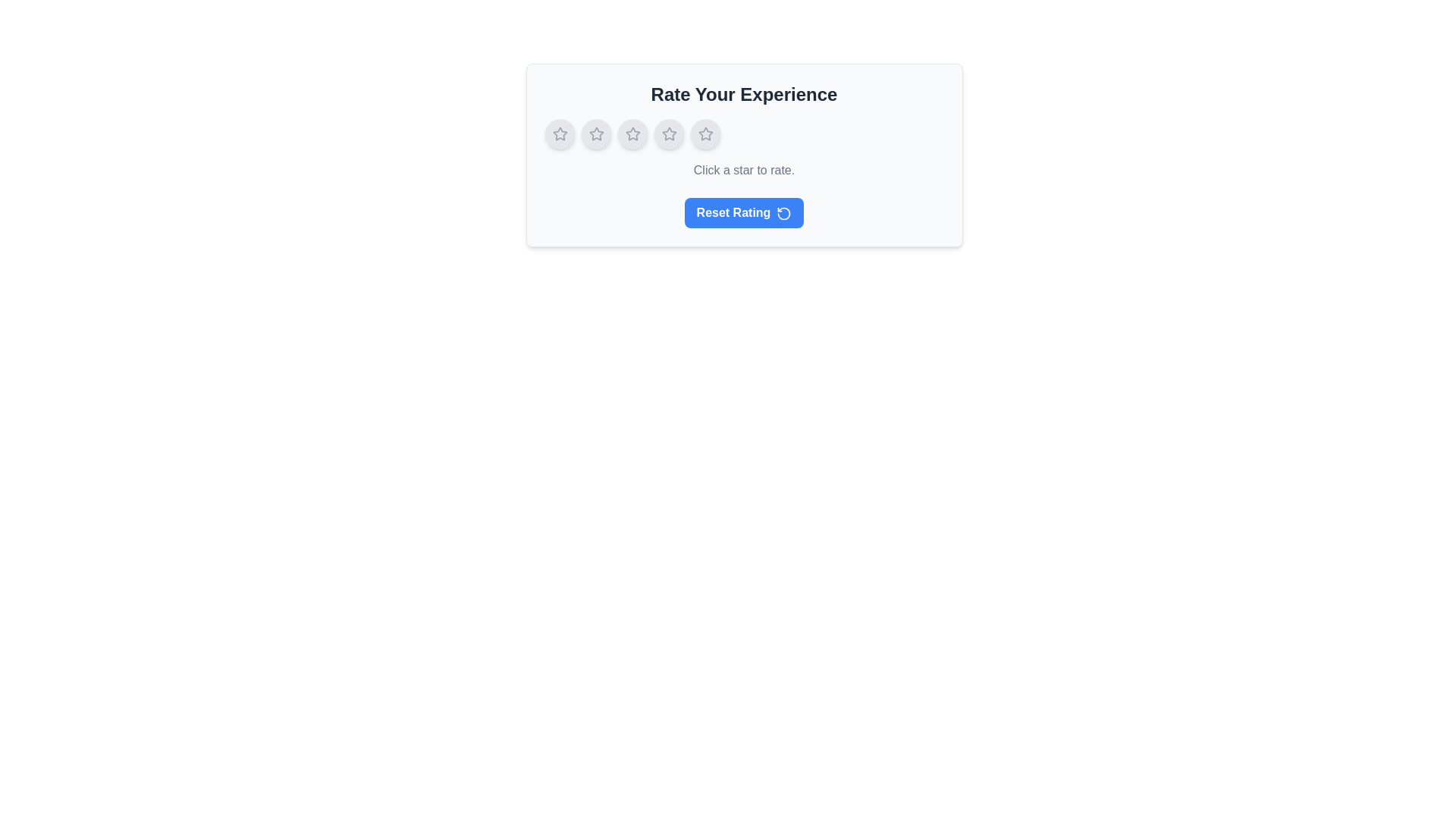 The image size is (1456, 819). I want to click on the first star icon in the rating component, so click(559, 133).